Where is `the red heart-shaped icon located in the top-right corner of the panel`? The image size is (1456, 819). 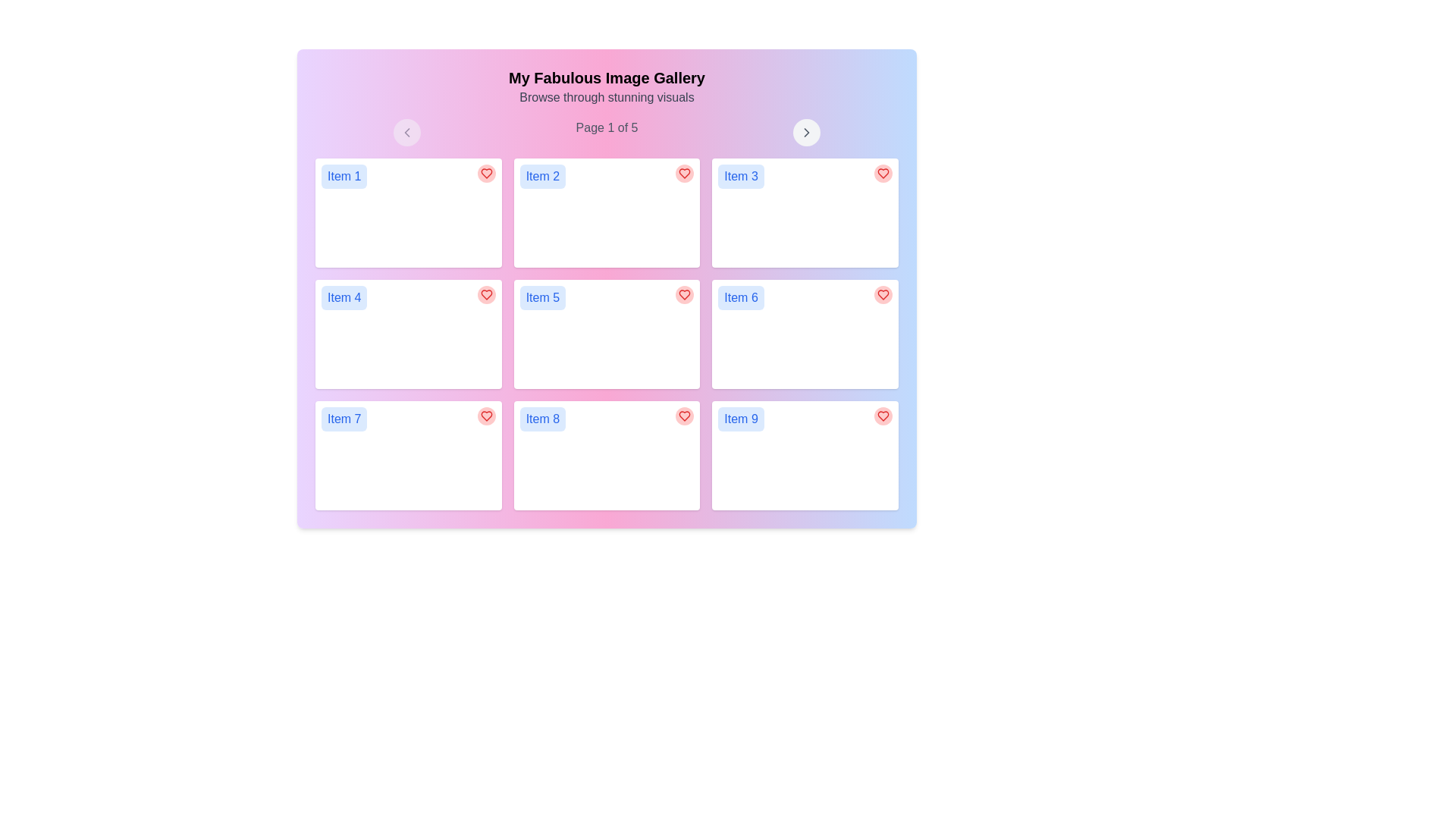 the red heart-shaped icon located in the top-right corner of the panel is located at coordinates (883, 172).